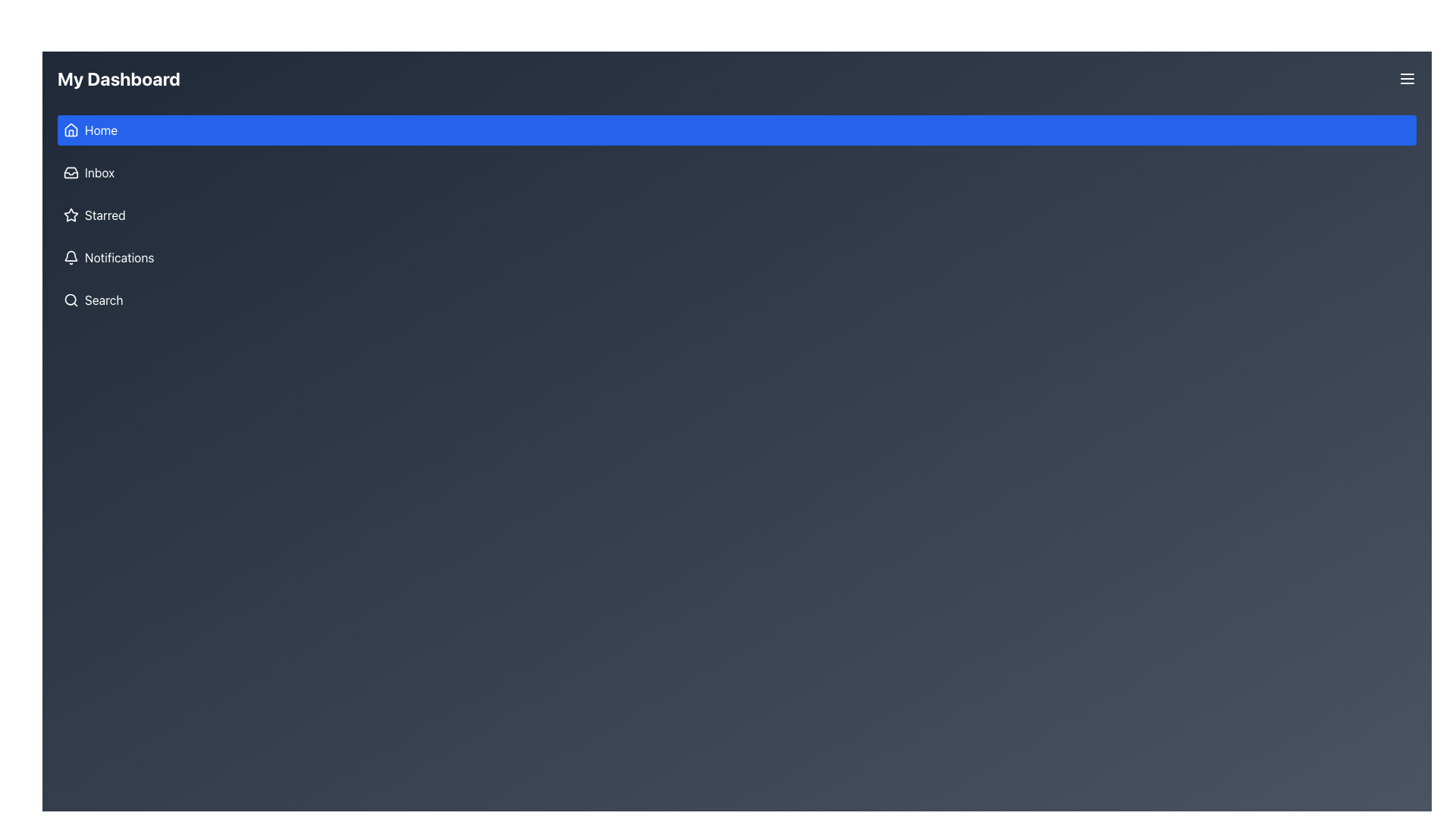  I want to click on the 'Starred' icon in the vertical navigation menu, which indicates a feature related to starred or favorite items, located to the left of the 'Starred' text label, so click(71, 215).